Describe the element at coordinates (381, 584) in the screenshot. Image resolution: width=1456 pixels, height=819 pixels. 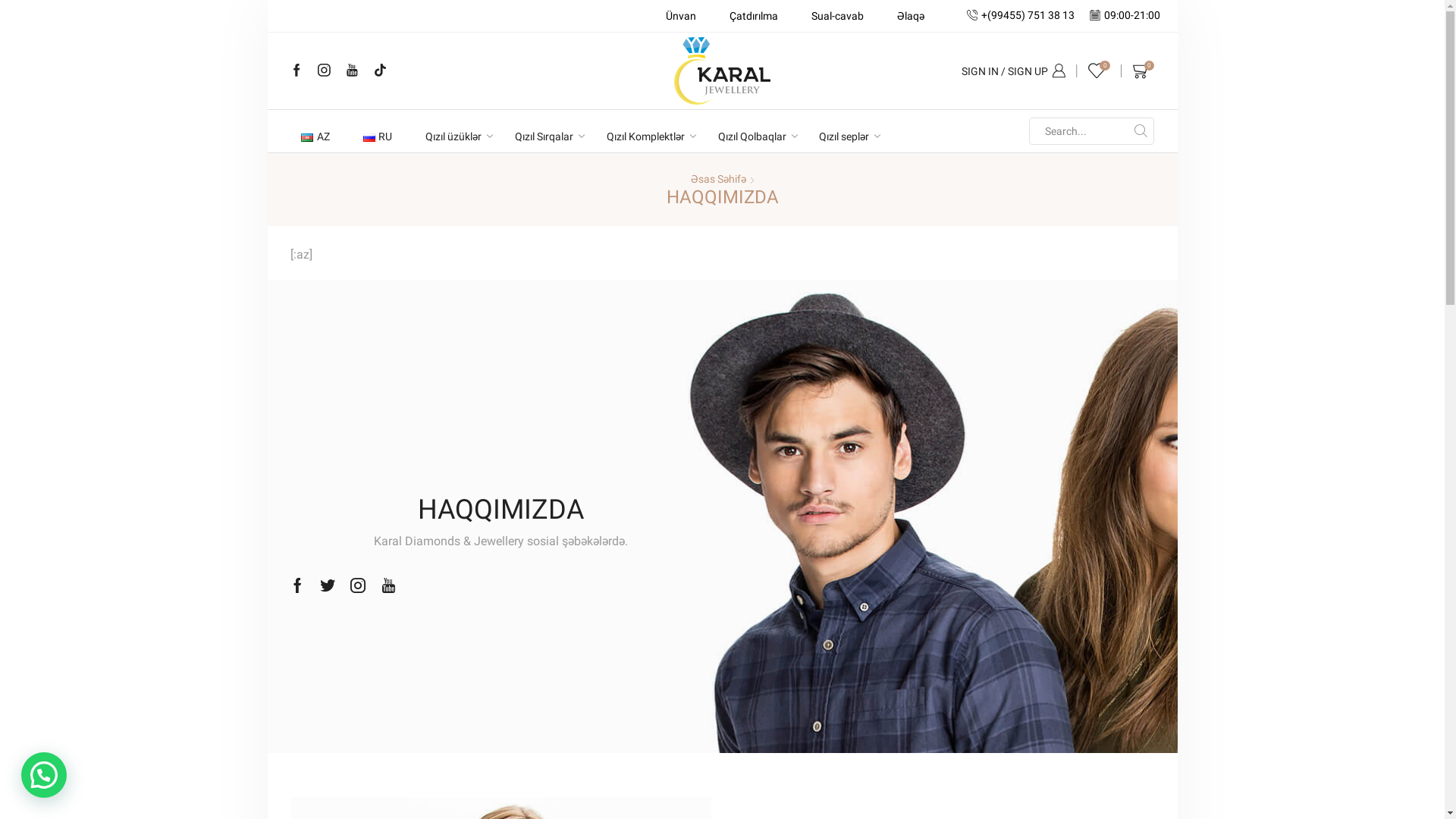
I see `'Youtube'` at that location.